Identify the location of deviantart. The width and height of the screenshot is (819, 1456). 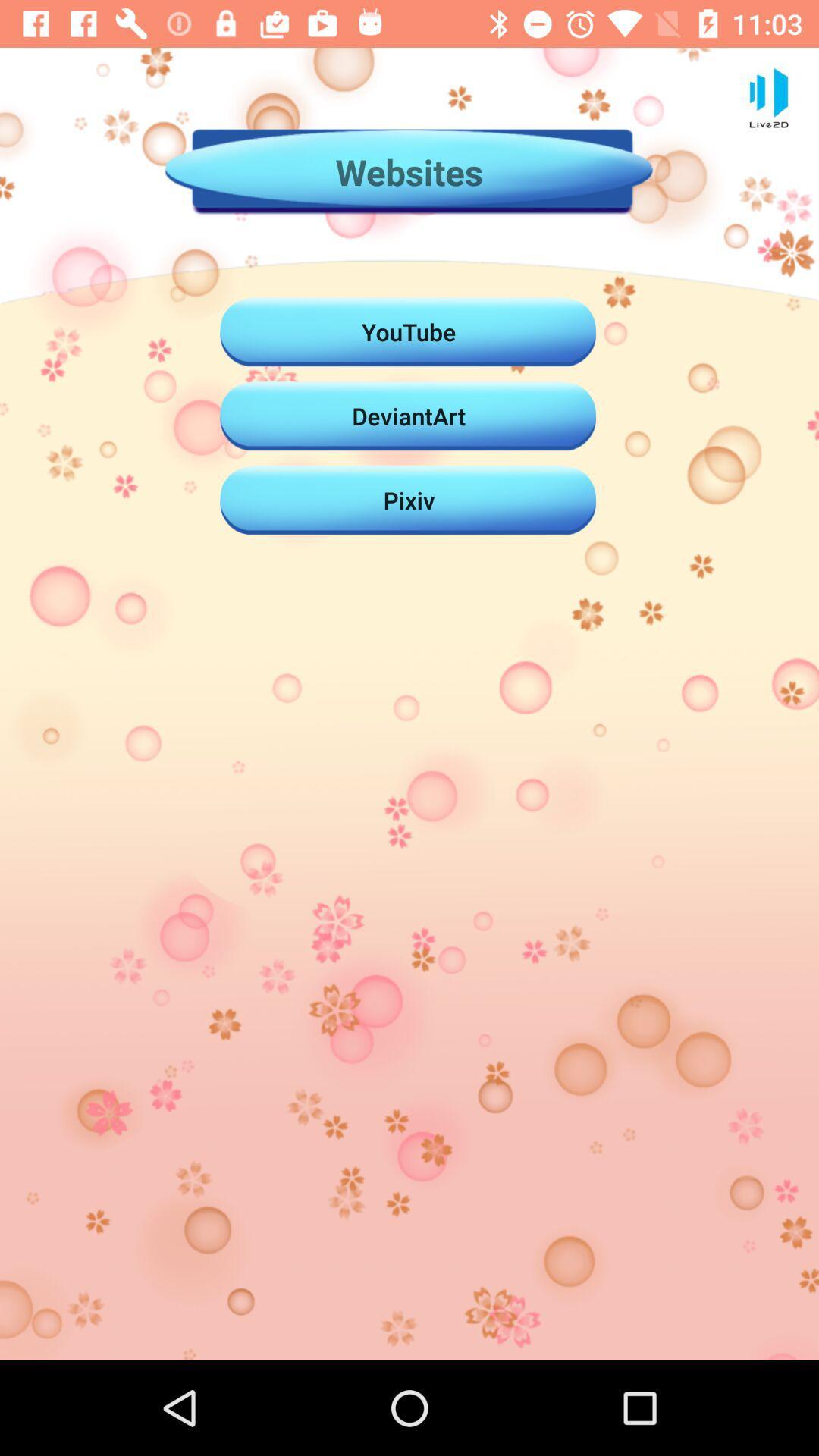
(408, 416).